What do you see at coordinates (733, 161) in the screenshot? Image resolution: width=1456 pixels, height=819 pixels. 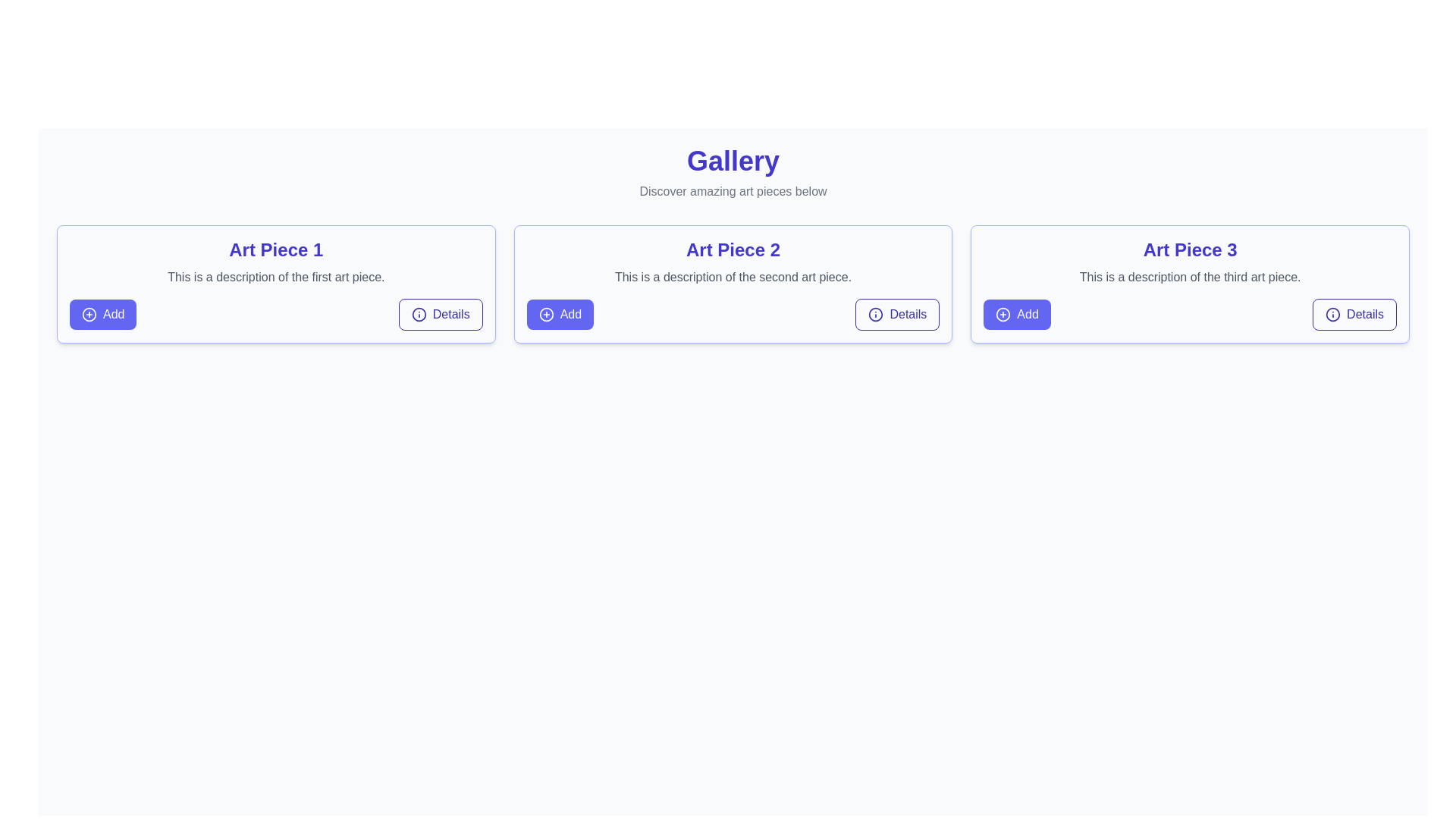 I see `the Text Label at the top center of the interface, which acts as a heading or title for a section` at bounding box center [733, 161].